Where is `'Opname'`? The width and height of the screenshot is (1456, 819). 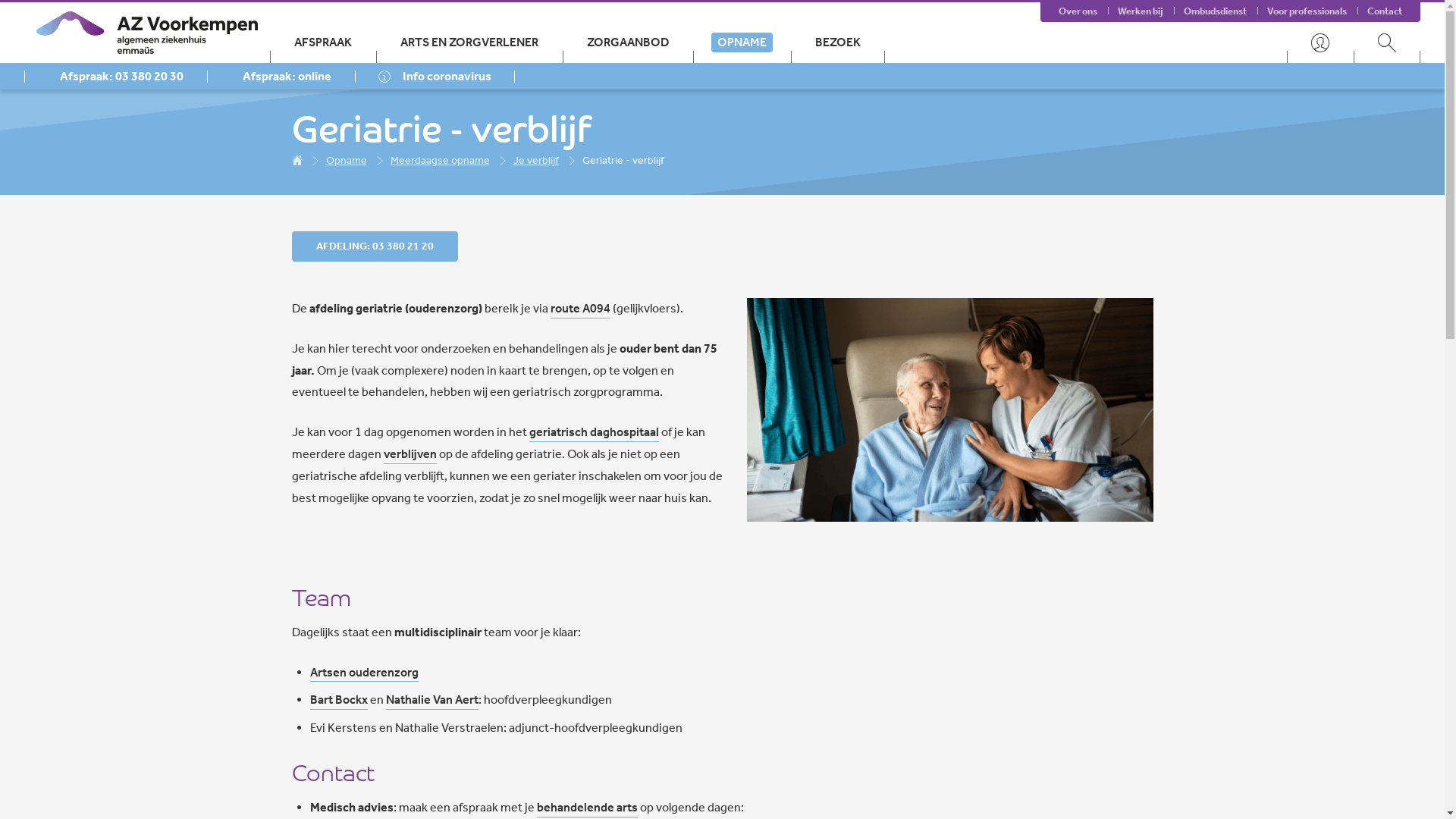
'Opname' is located at coordinates (345, 160).